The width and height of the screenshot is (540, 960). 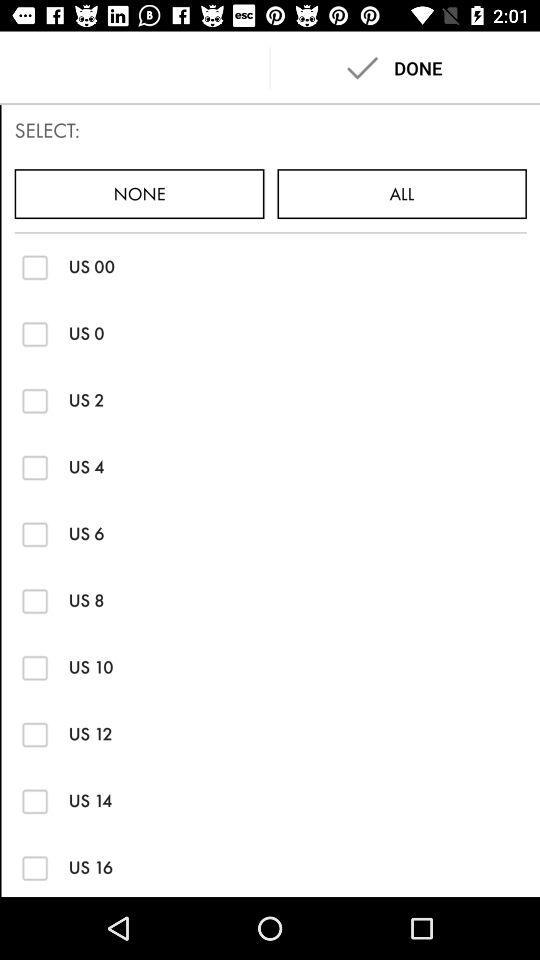 What do you see at coordinates (35, 467) in the screenshot?
I see `option us 4` at bounding box center [35, 467].